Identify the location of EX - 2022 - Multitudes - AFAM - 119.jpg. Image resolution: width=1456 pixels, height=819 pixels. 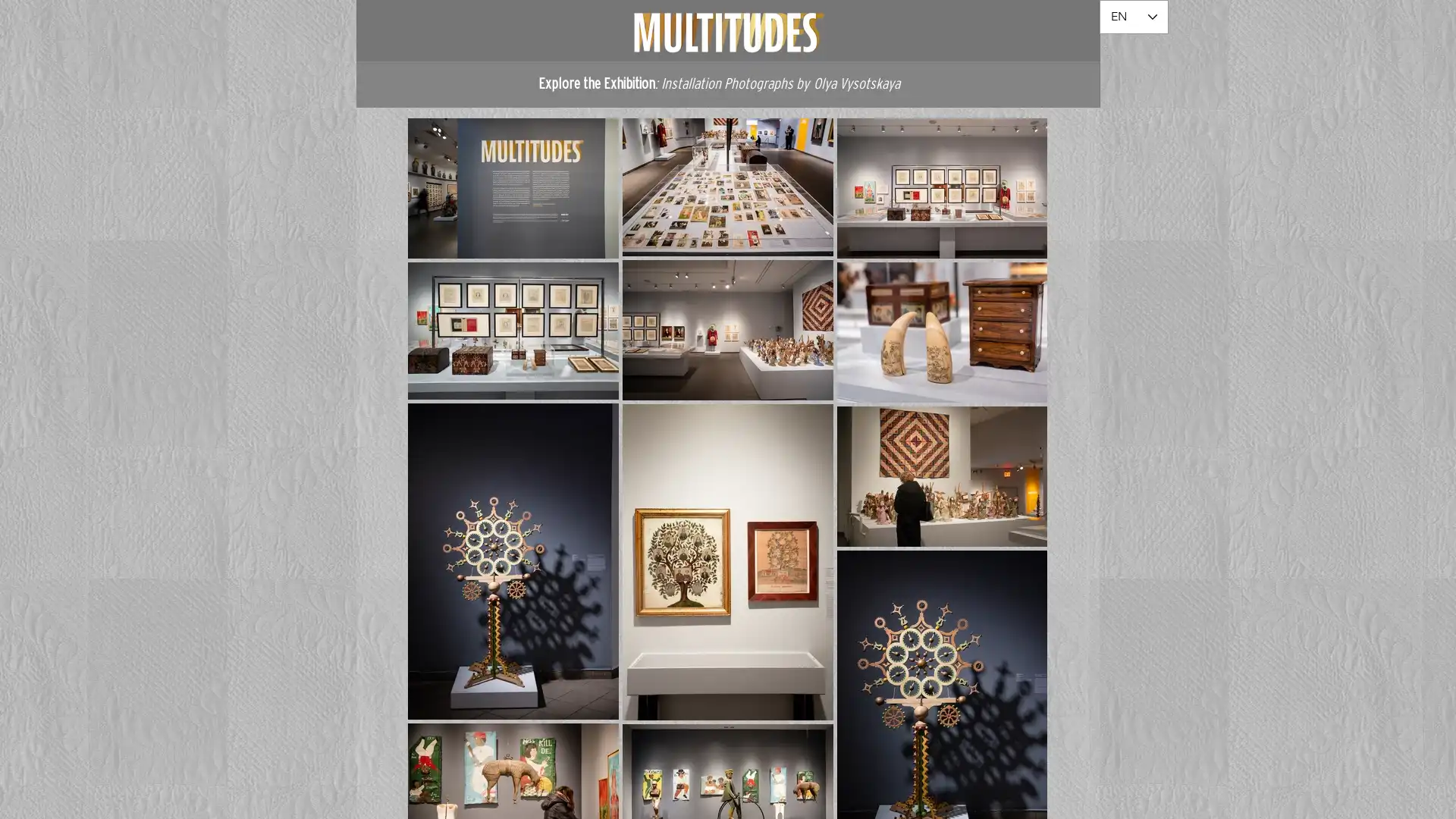
(941, 331).